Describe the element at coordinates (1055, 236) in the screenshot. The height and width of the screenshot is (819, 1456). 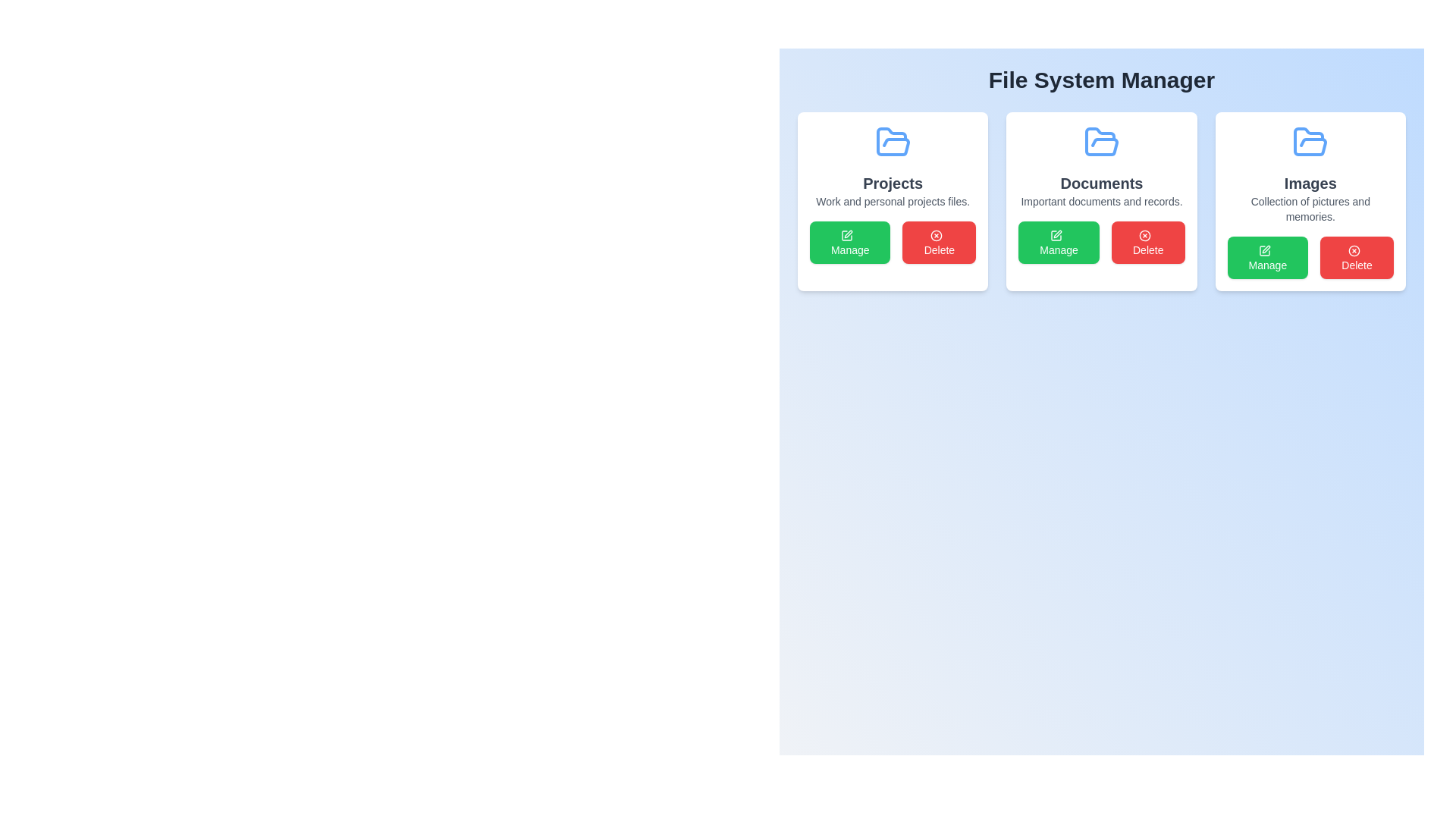
I see `the small SVG pen icon located to the left of the 'Manage' text within the 'Manage' button of the 'Documents' card` at that location.